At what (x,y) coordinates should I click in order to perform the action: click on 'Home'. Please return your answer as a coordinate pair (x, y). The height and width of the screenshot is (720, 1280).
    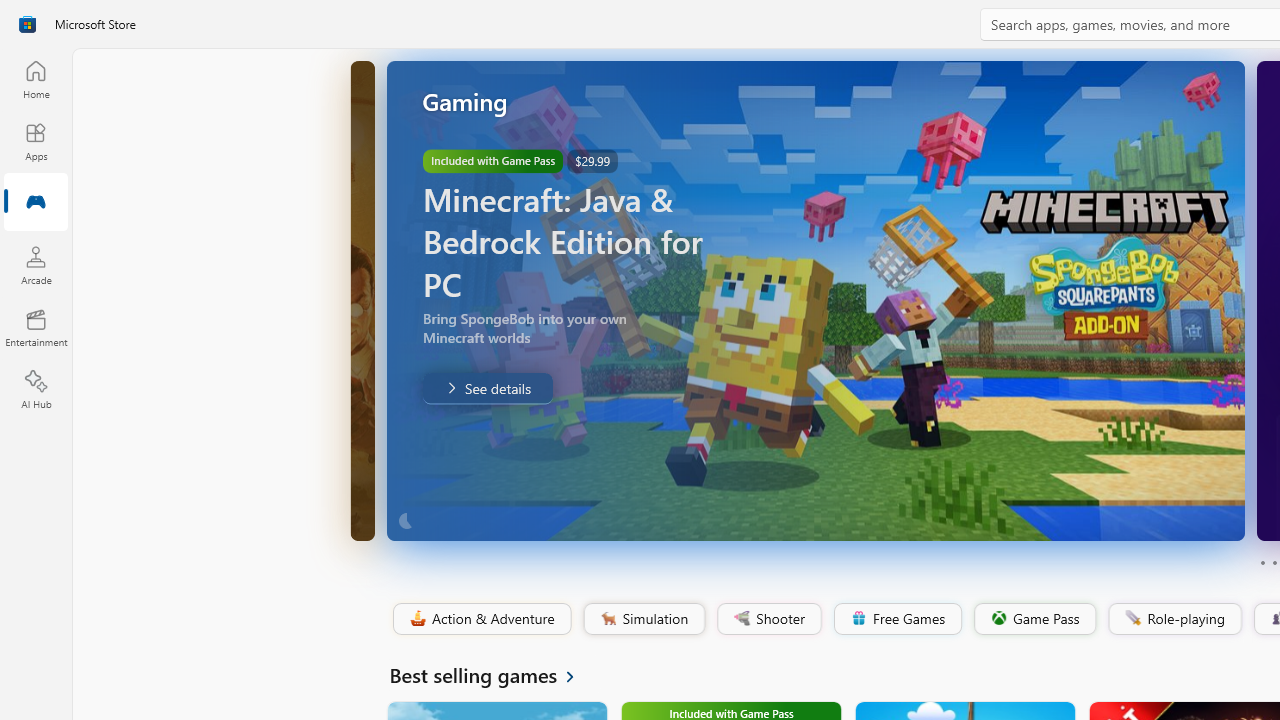
    Looking at the image, I should click on (35, 78).